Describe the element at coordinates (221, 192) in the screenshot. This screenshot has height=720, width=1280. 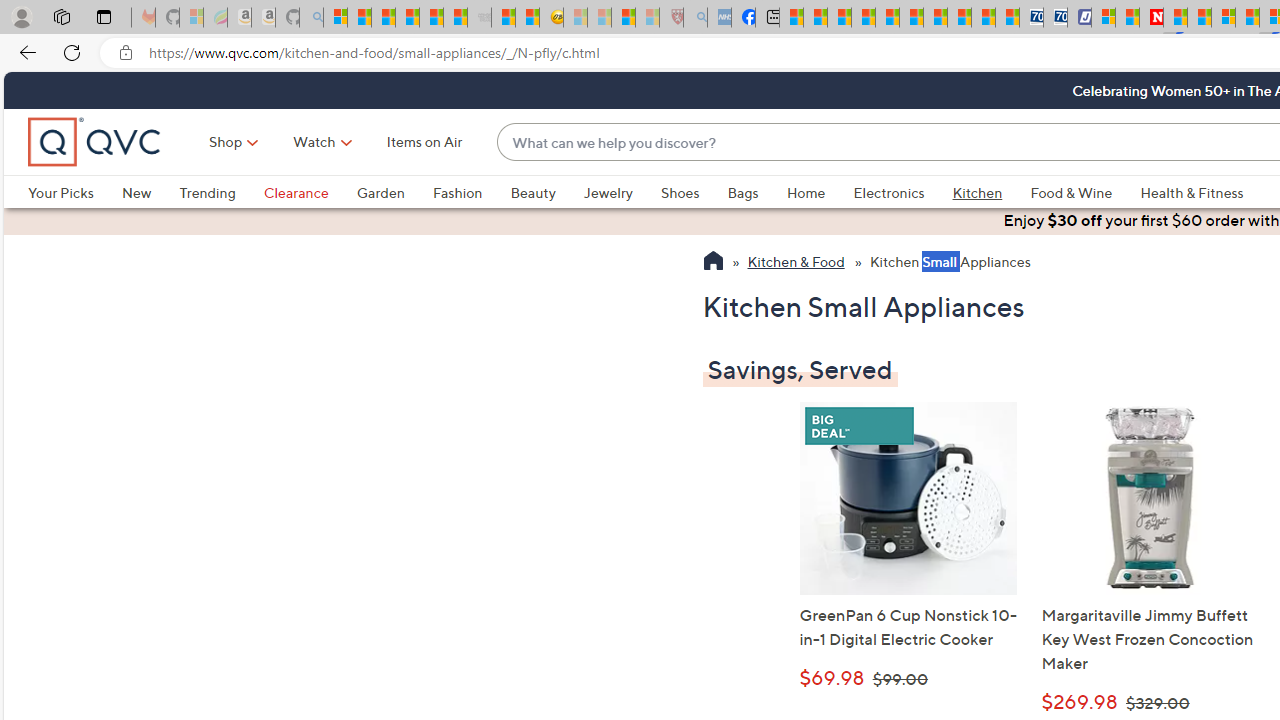
I see `'Trending'` at that location.